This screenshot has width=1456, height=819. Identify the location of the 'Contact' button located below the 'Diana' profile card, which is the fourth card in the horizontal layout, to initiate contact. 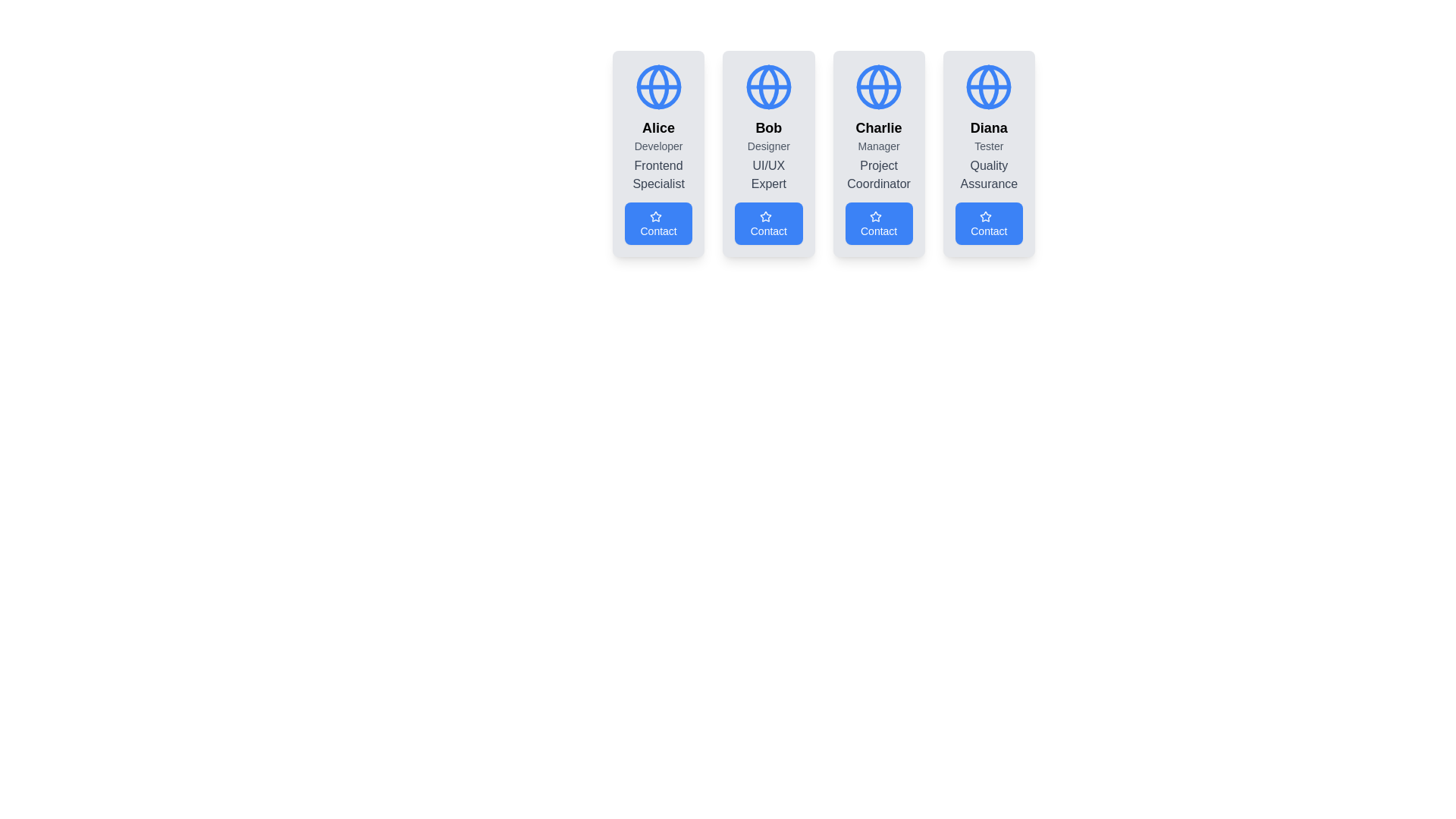
(989, 223).